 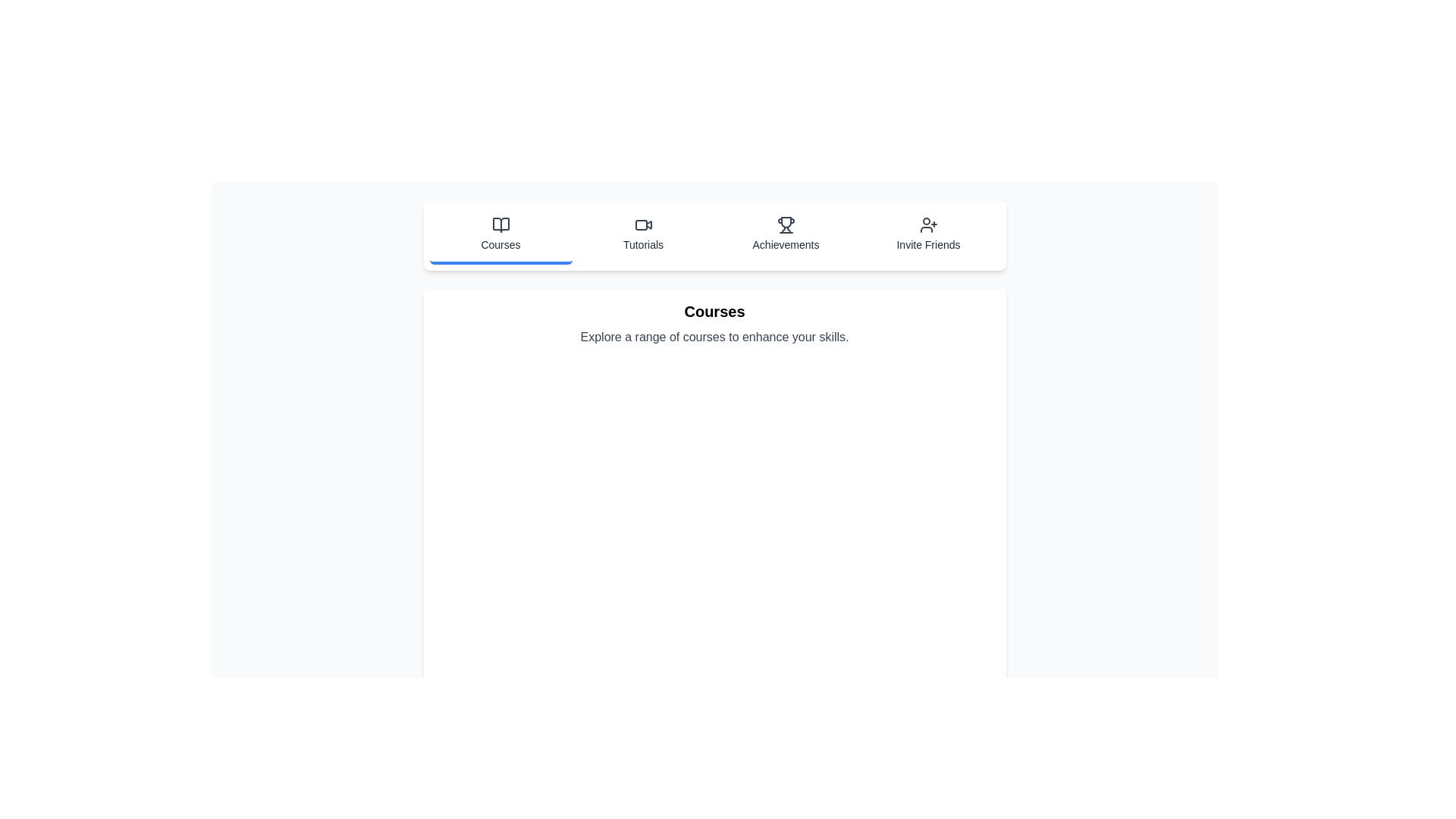 What do you see at coordinates (786, 236) in the screenshot?
I see `the navigation button for achievements, which is the third button in a horizontal group of four buttons, located between the 'Tutorials' button and the 'Invite Friends' button` at bounding box center [786, 236].